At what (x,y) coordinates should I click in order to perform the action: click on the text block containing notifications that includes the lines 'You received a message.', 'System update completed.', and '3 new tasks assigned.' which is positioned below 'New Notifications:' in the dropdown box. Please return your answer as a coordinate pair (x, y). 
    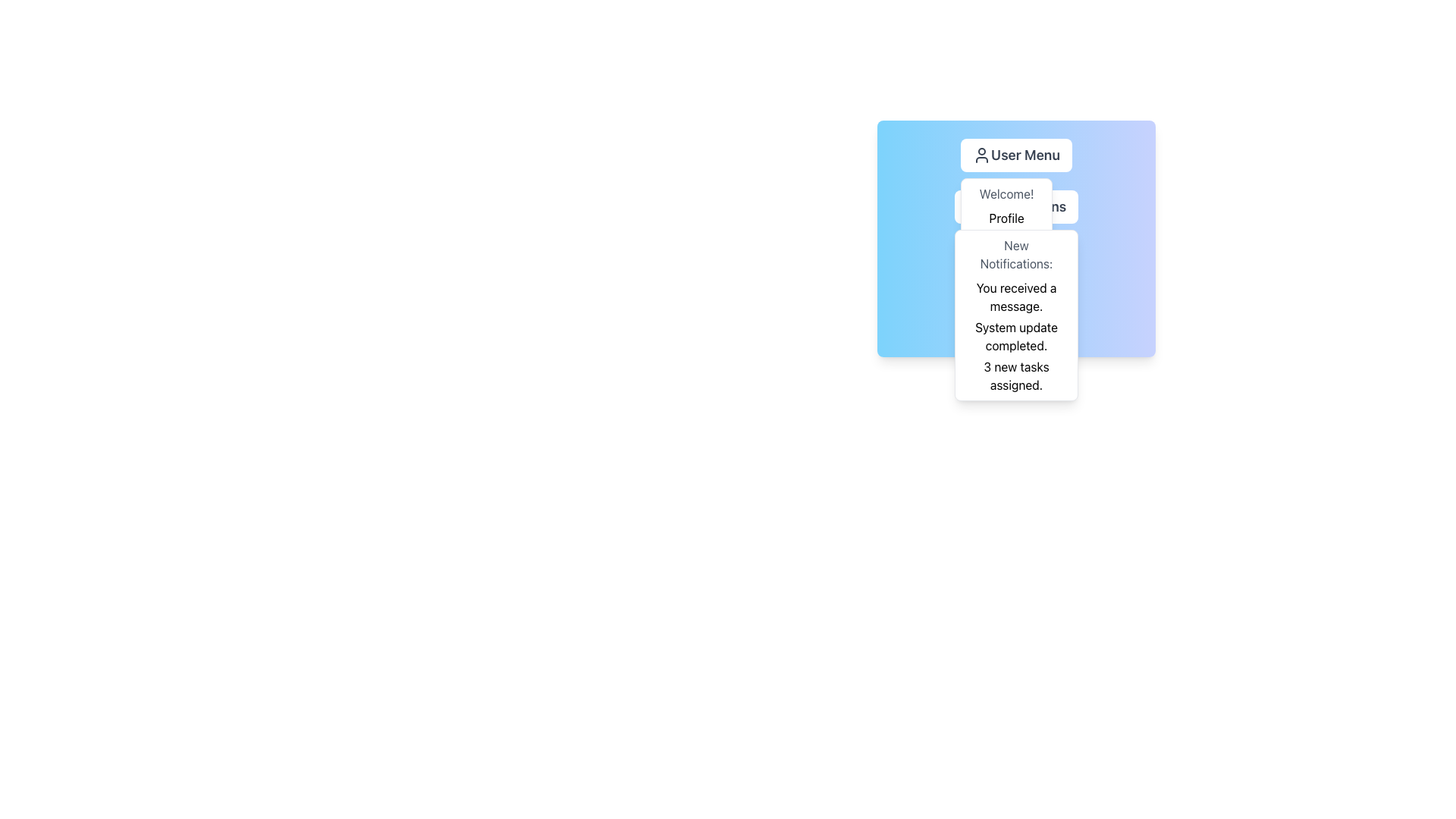
    Looking at the image, I should click on (1016, 335).